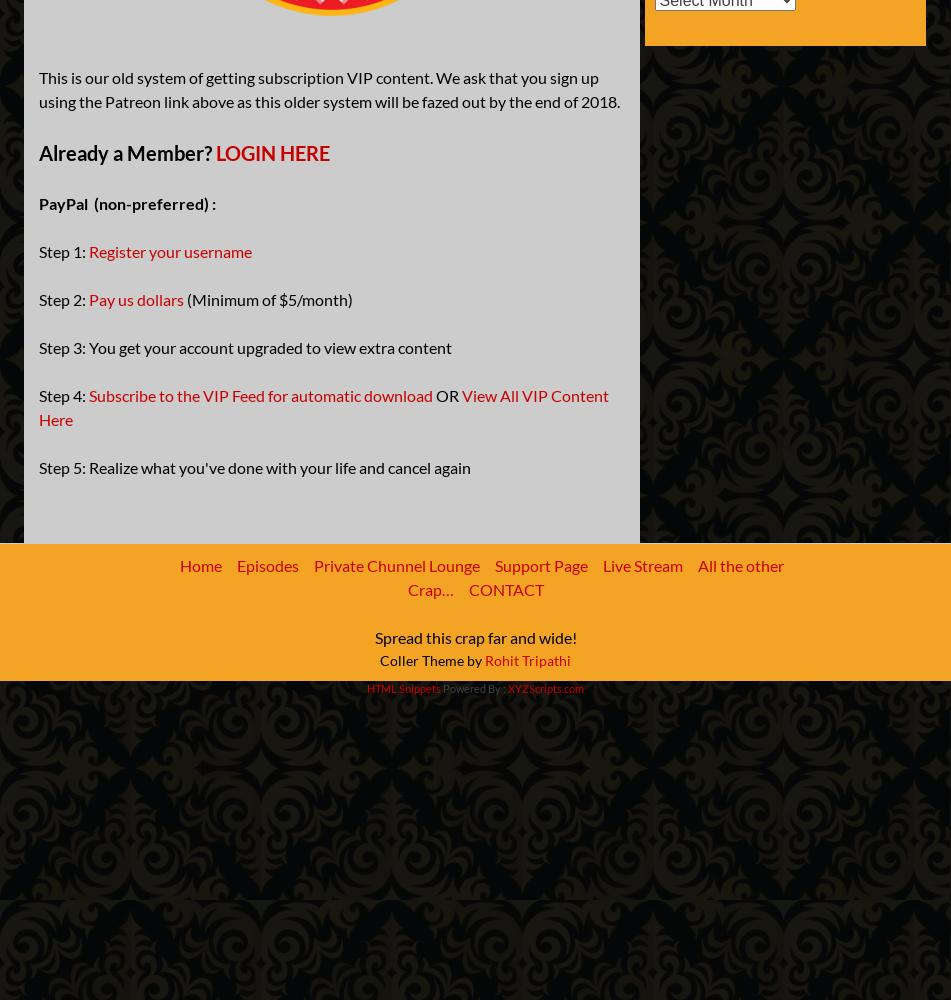  Describe the element at coordinates (267, 299) in the screenshot. I see `'(Minimum of $5/month)'` at that location.